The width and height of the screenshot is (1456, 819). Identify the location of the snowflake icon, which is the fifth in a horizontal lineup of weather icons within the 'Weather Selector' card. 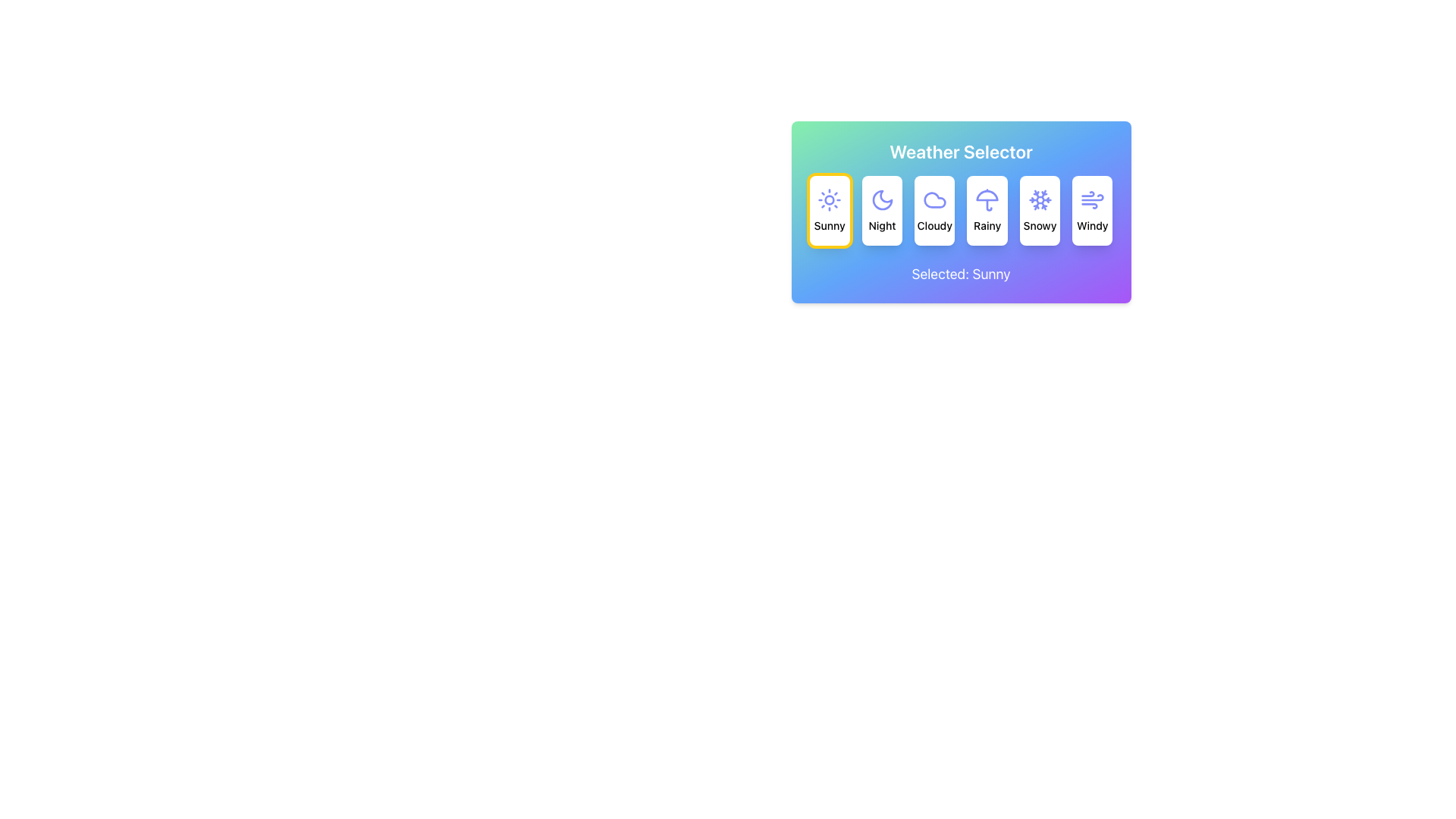
(1039, 199).